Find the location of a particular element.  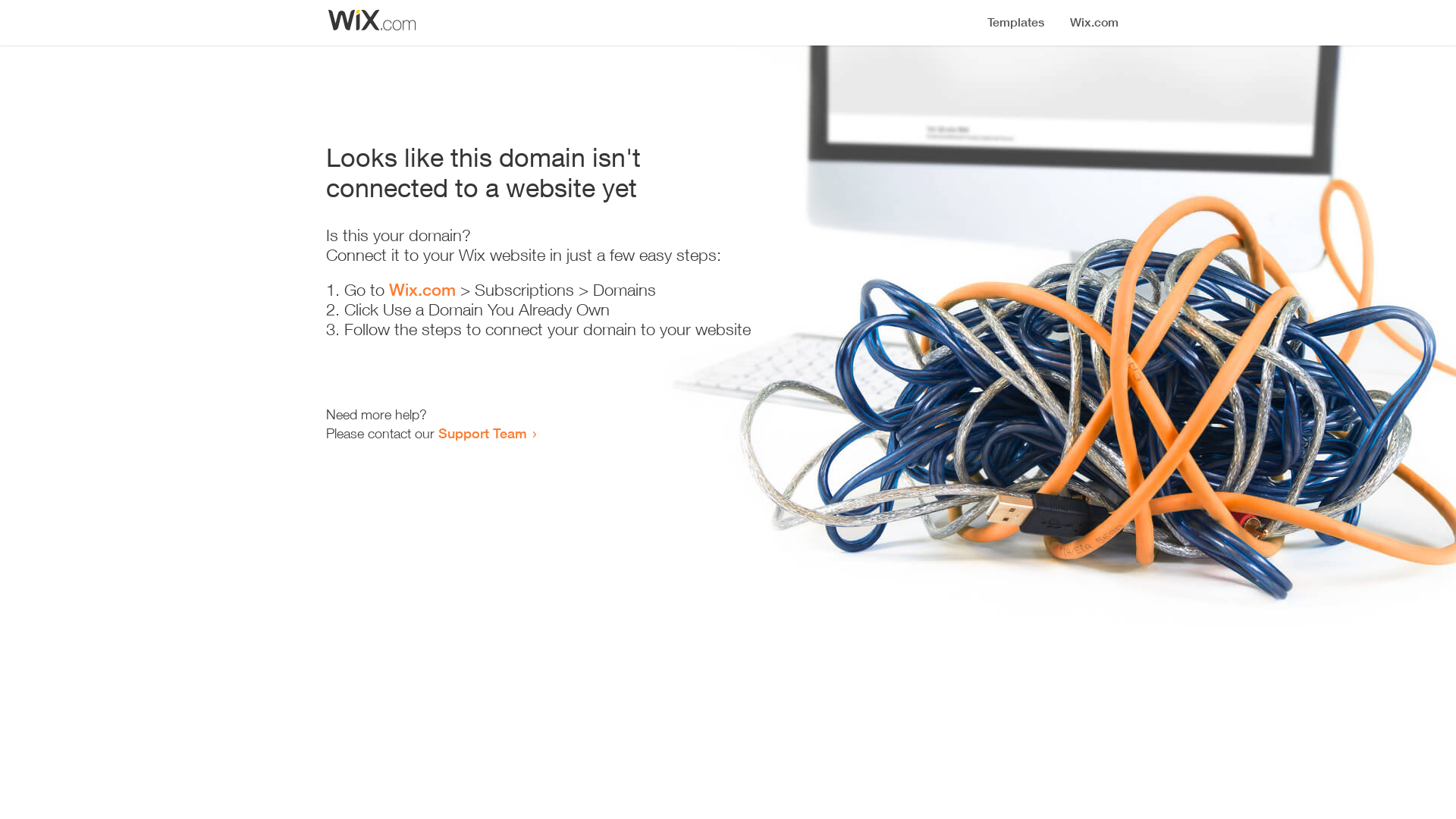

'Wix.com' is located at coordinates (422, 289).